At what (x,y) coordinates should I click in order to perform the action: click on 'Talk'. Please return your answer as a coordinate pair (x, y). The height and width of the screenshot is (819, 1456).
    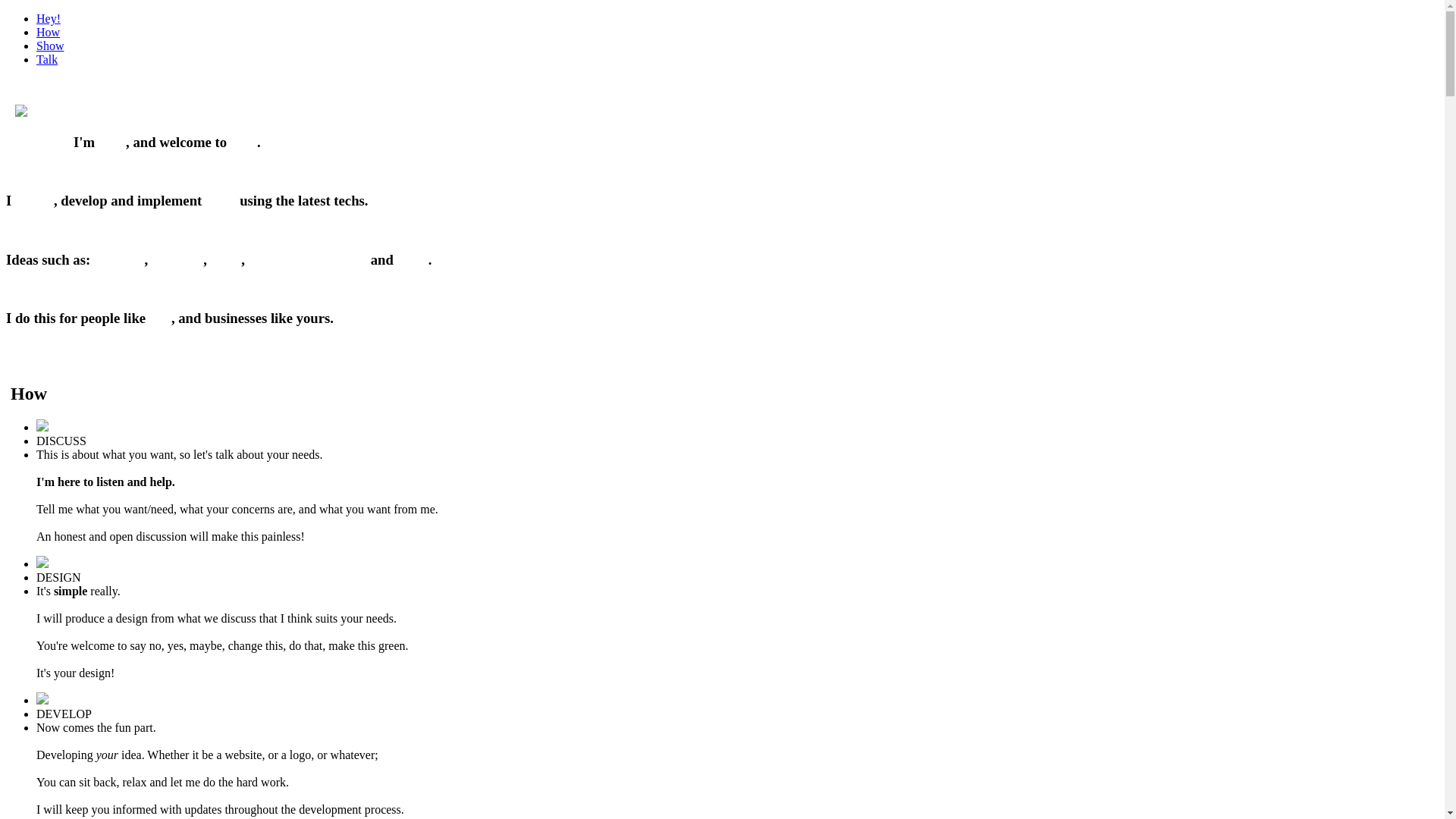
    Looking at the image, I should click on (47, 58).